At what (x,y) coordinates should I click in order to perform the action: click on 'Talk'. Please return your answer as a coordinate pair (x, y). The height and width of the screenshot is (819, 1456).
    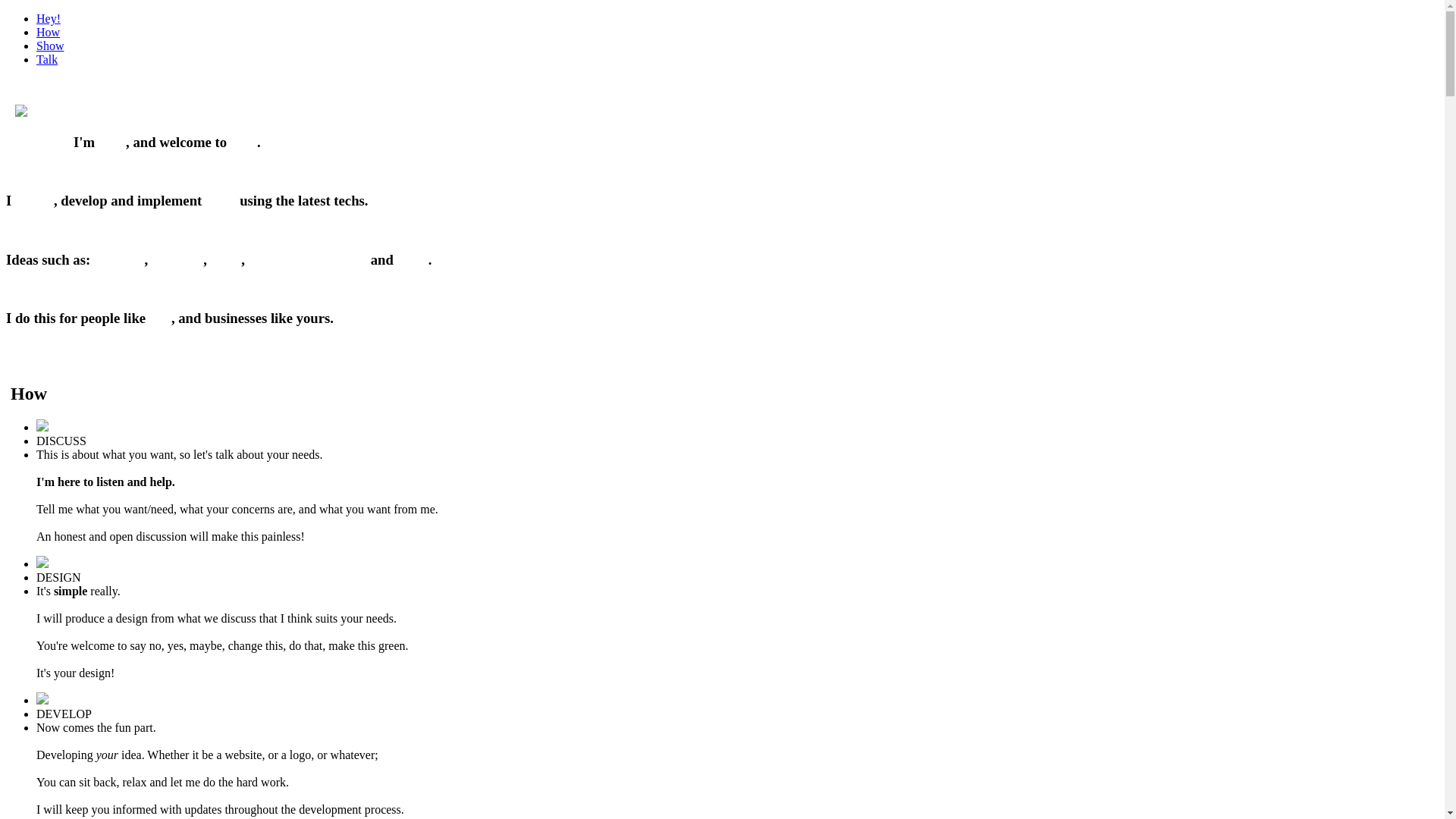
    Looking at the image, I should click on (47, 58).